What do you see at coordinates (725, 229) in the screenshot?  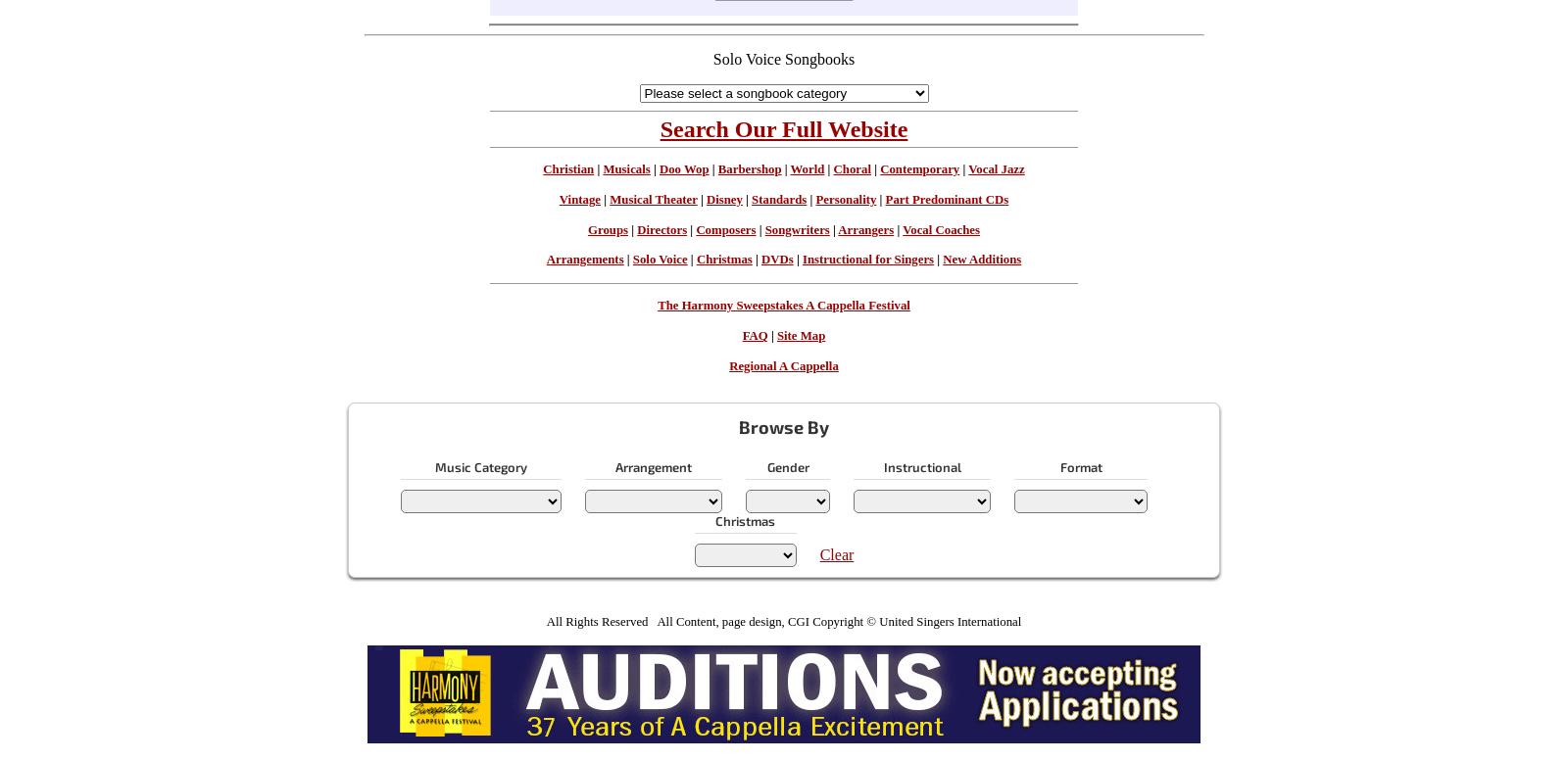 I see `'Composers'` at bounding box center [725, 229].